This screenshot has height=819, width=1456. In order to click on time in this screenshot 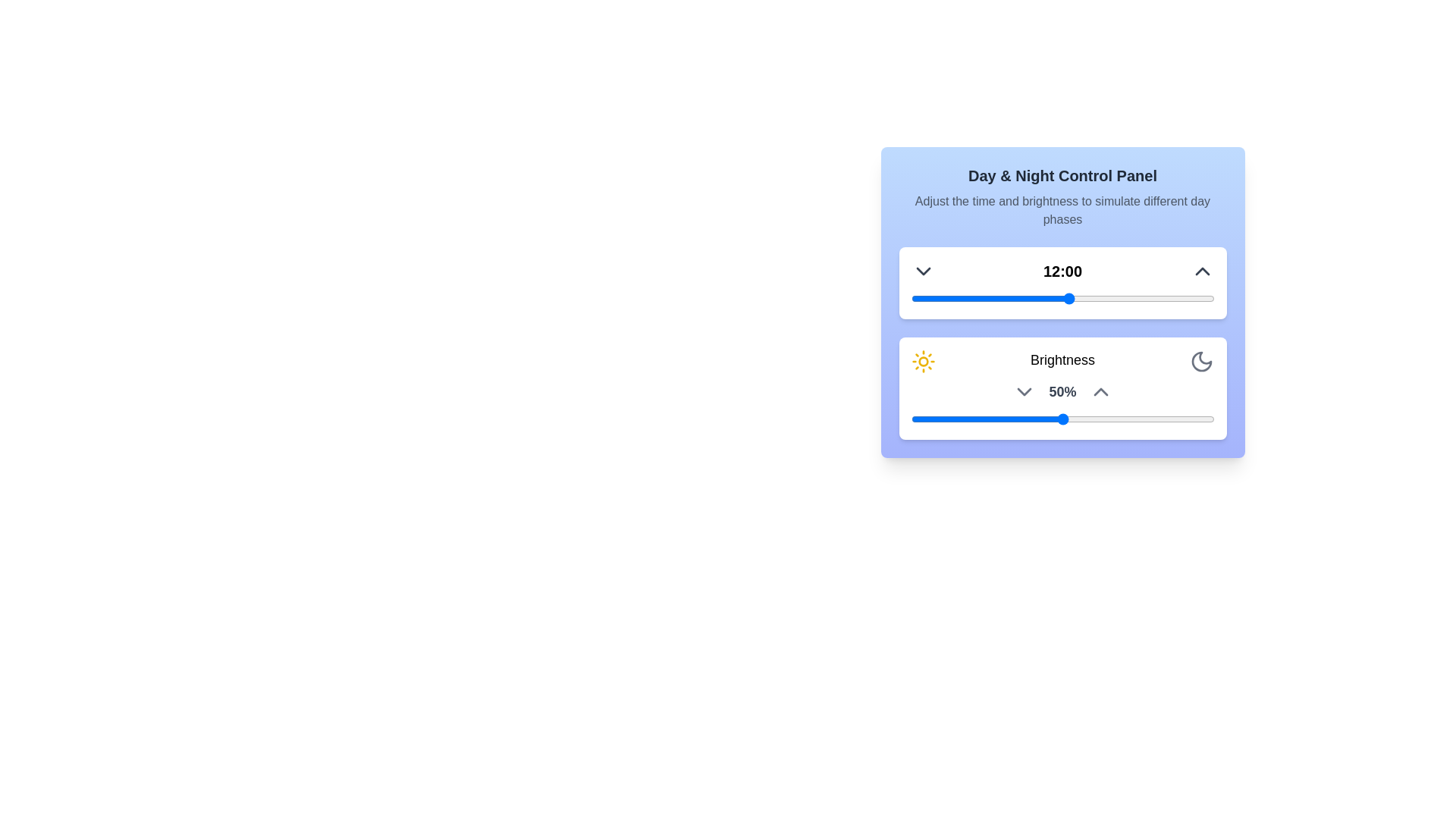, I will do `click(977, 298)`.